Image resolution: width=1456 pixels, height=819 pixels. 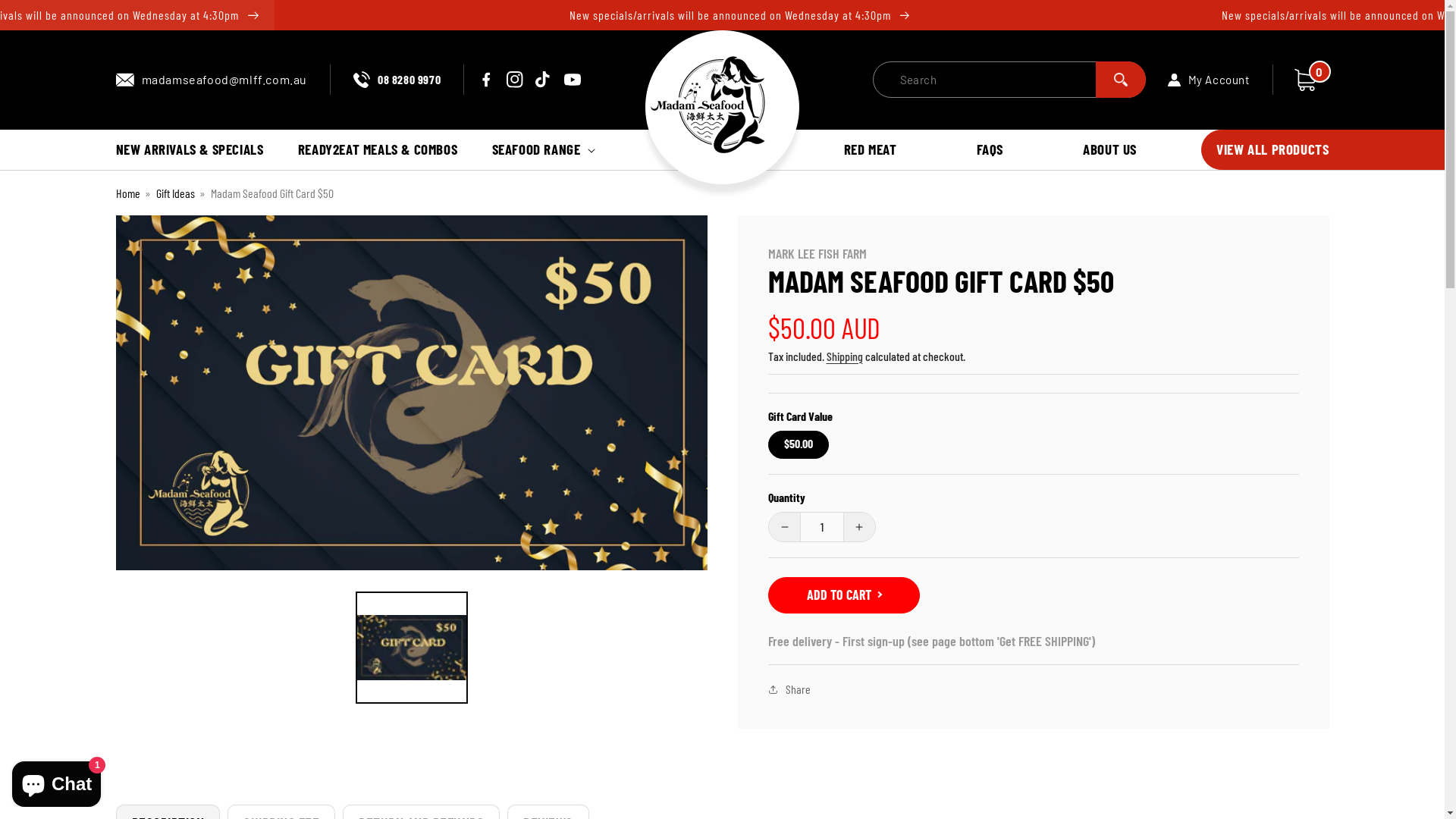 I want to click on 'TikTok', so click(x=543, y=79).